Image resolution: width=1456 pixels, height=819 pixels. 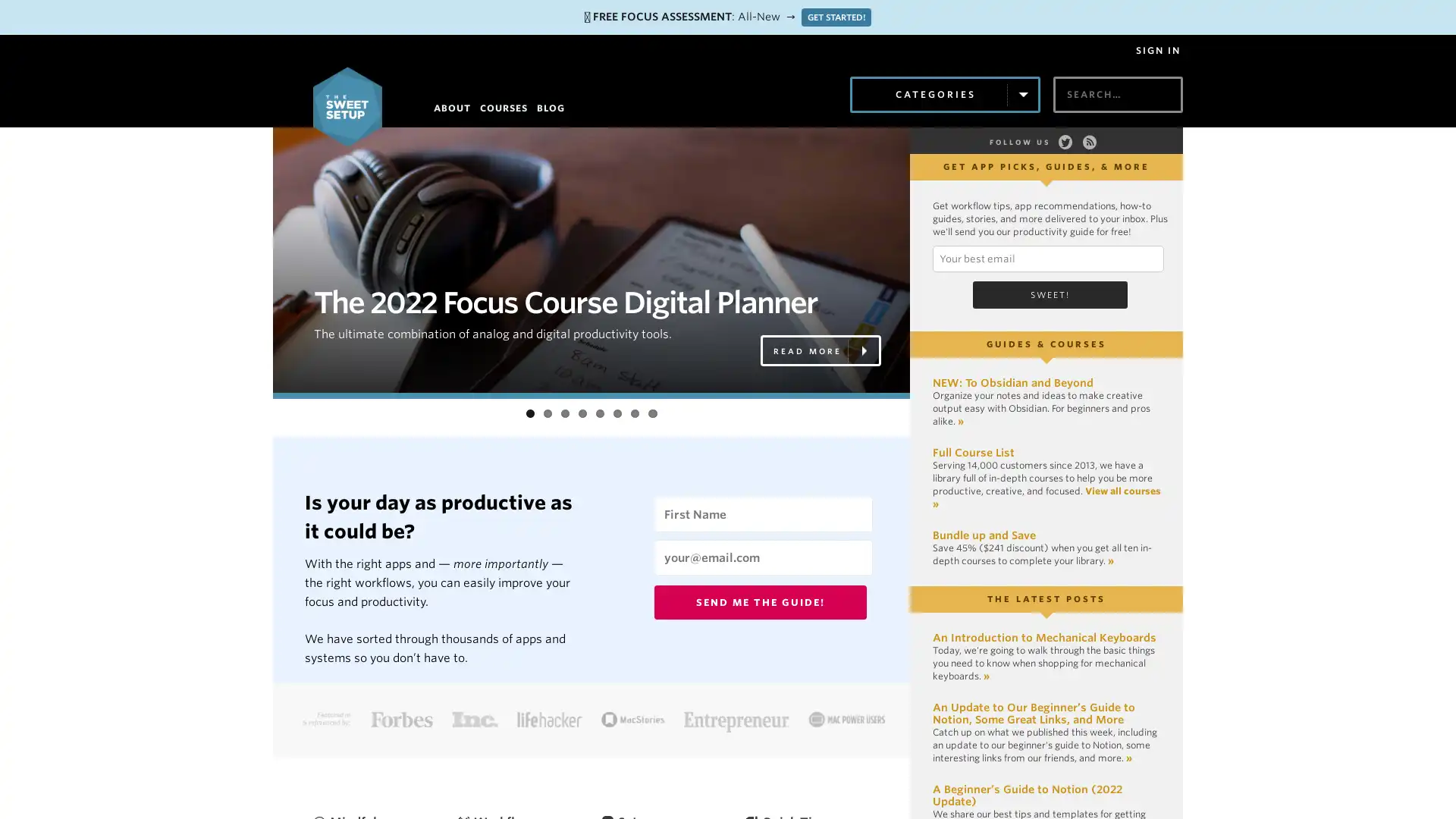 What do you see at coordinates (761, 601) in the screenshot?
I see `Send Me the Guide!` at bounding box center [761, 601].